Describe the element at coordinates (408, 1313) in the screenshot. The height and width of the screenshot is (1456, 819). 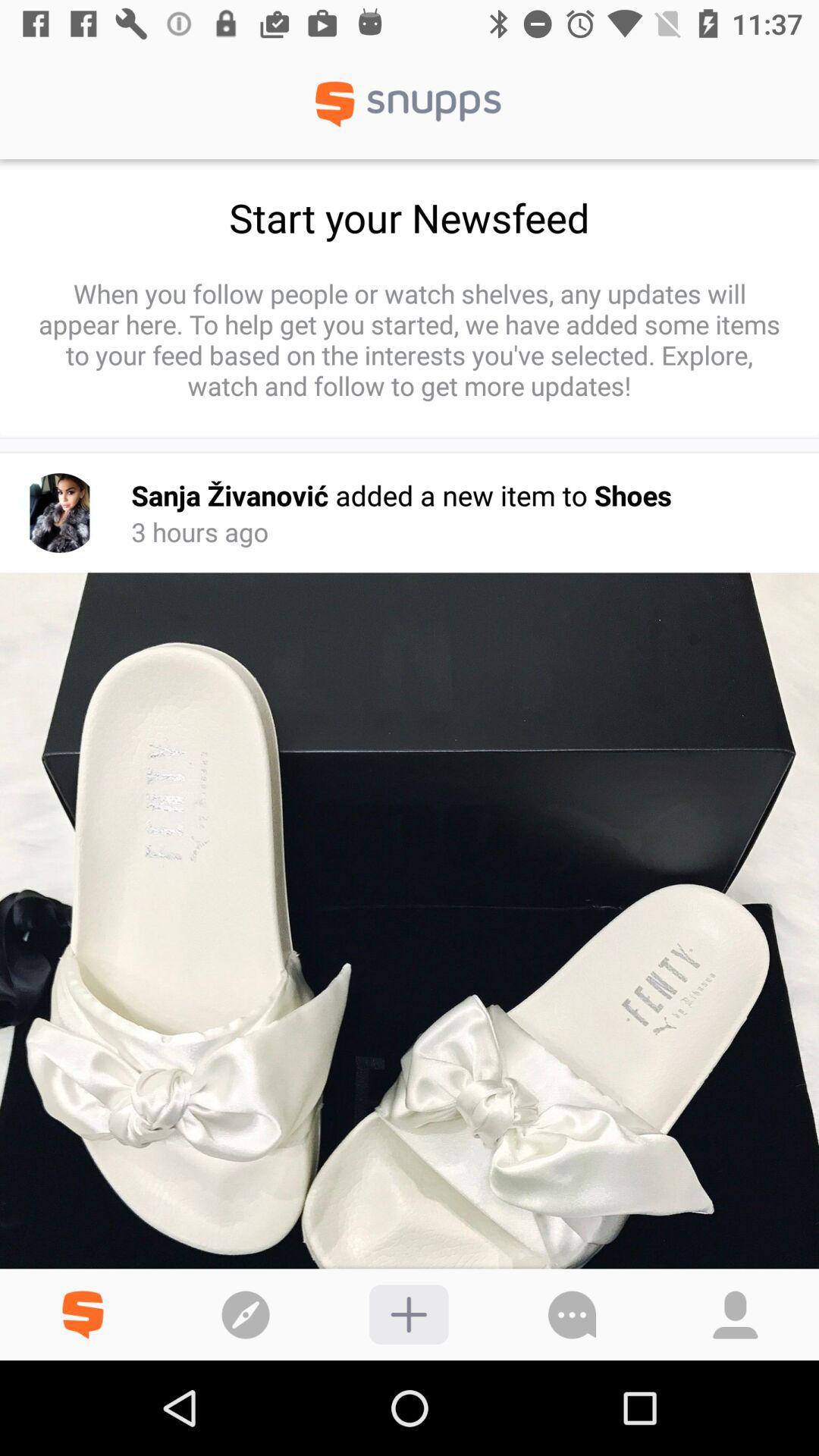
I see `to your collection` at that location.